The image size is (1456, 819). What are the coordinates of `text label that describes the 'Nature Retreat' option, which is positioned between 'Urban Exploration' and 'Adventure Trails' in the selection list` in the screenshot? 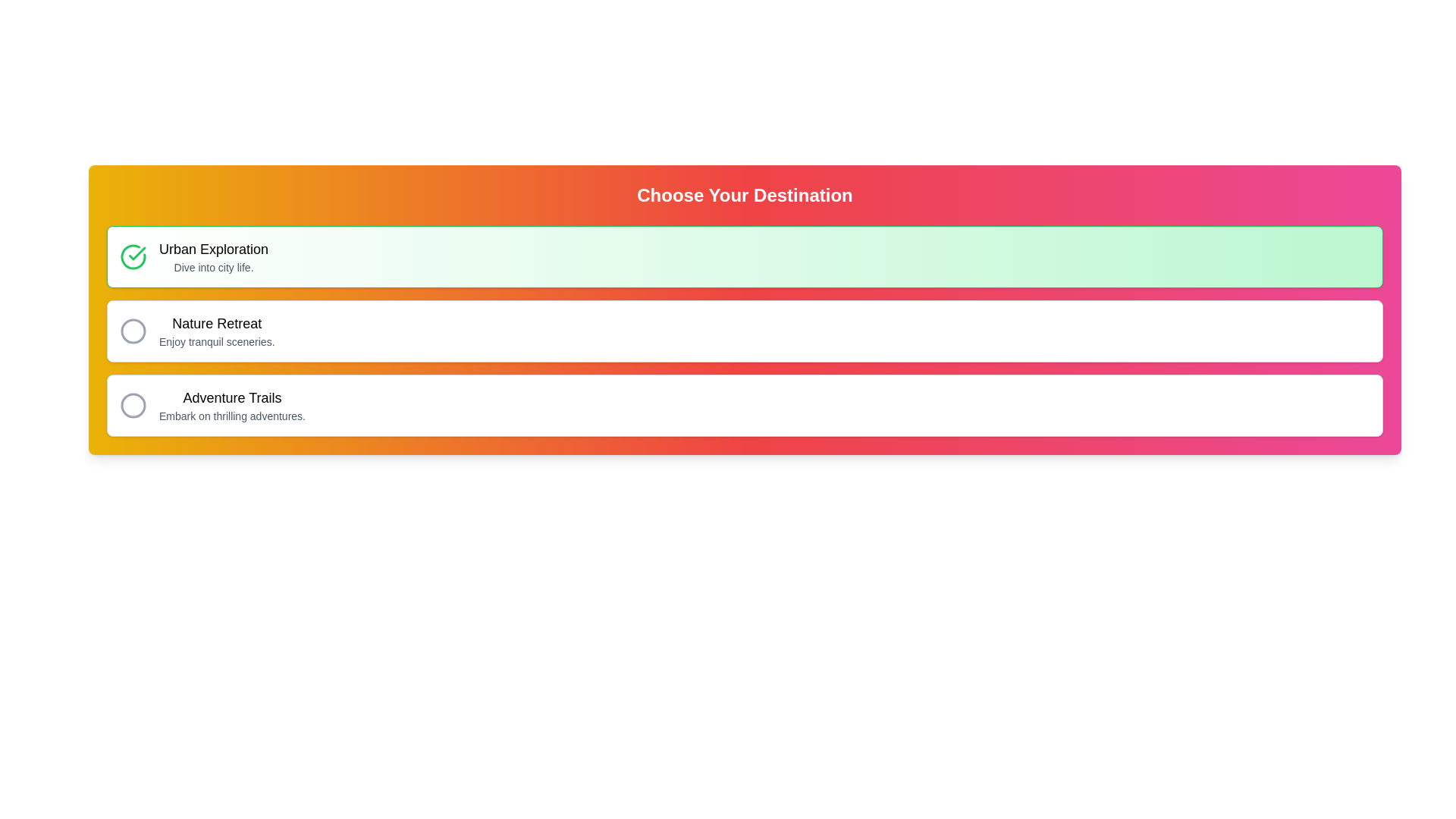 It's located at (216, 330).